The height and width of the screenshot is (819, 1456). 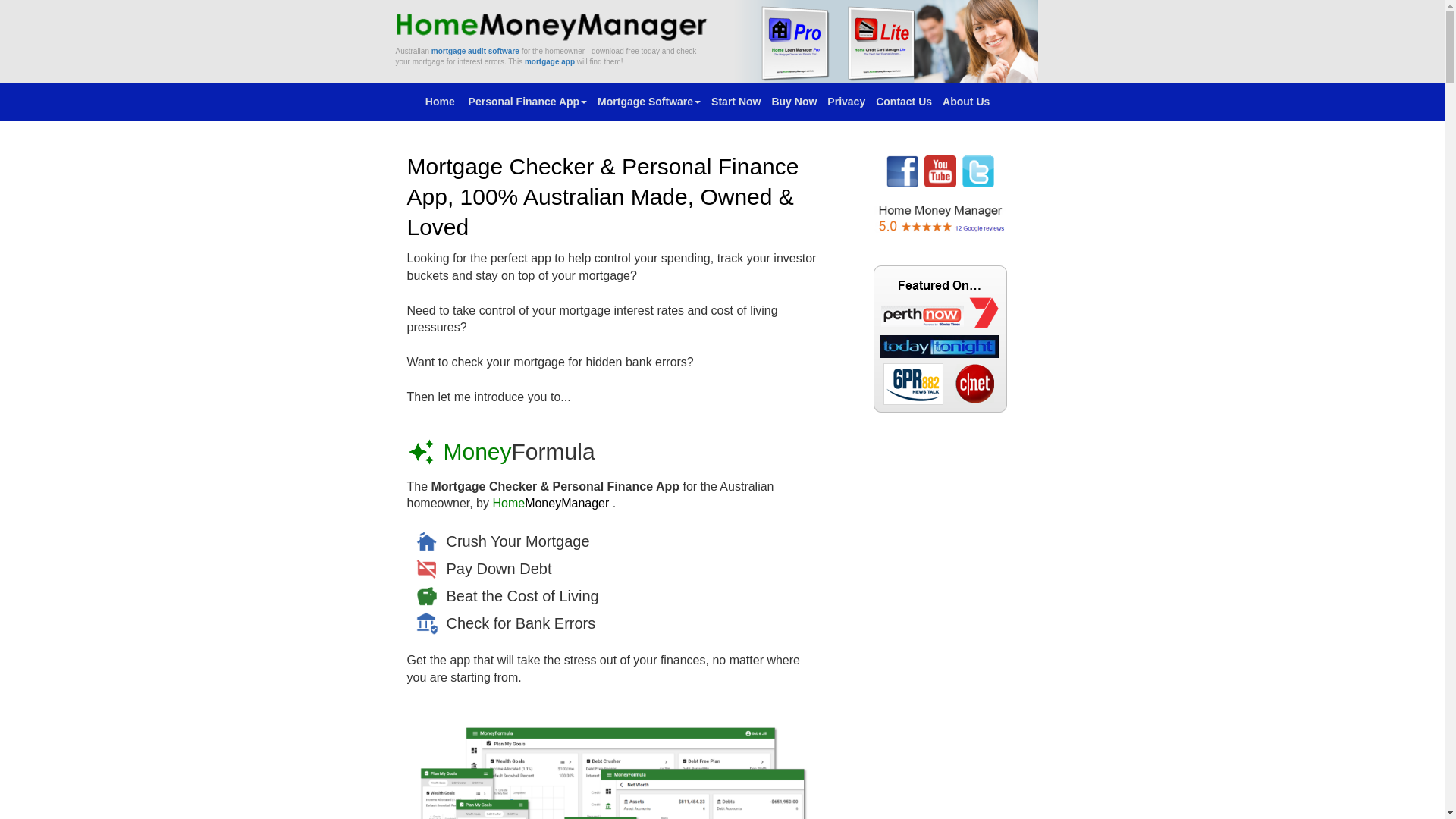 I want to click on 'Personal Finance App', so click(x=462, y=102).